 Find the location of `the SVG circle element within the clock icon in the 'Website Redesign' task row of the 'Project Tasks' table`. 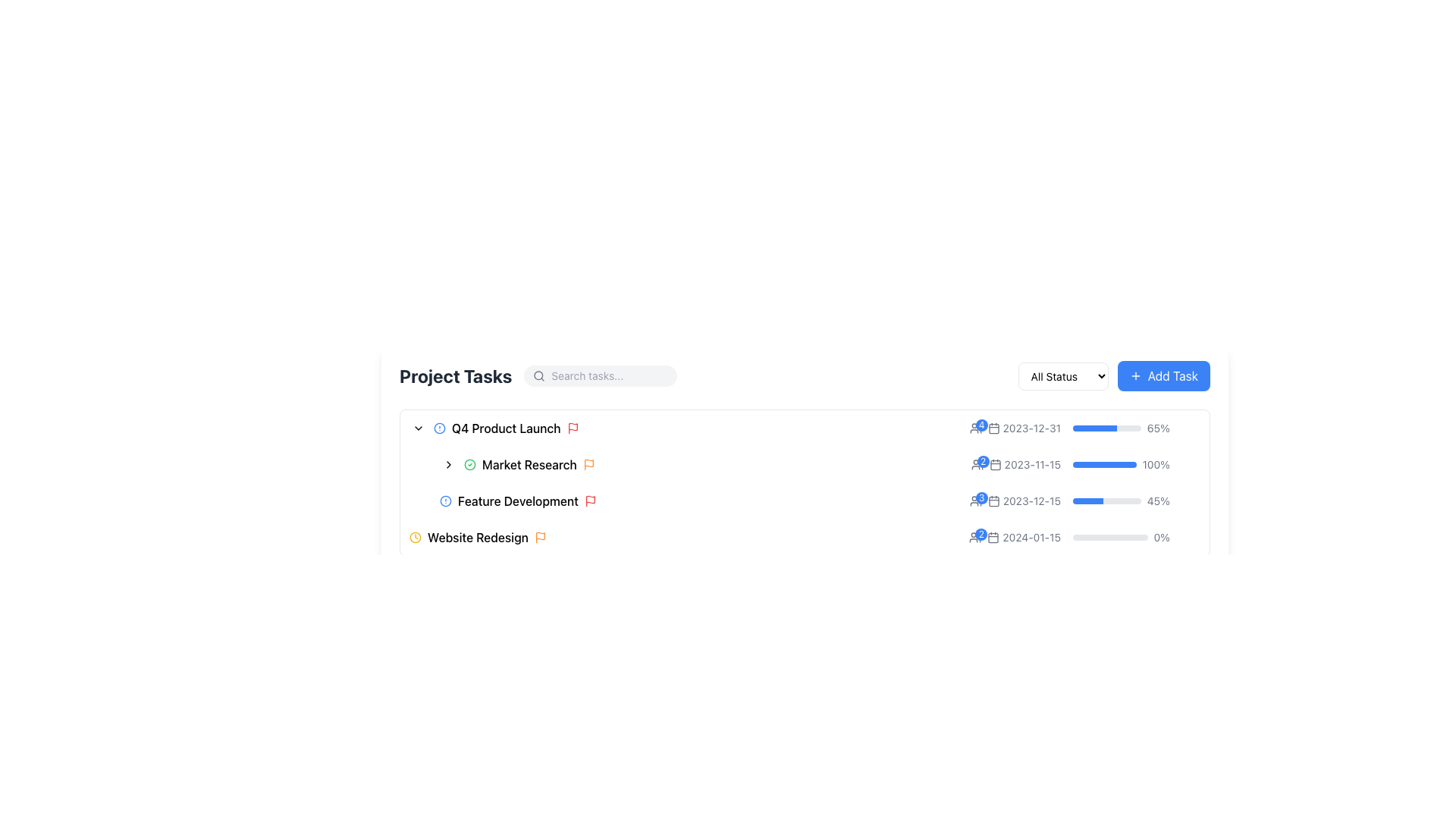

the SVG circle element within the clock icon in the 'Website Redesign' task row of the 'Project Tasks' table is located at coordinates (415, 537).